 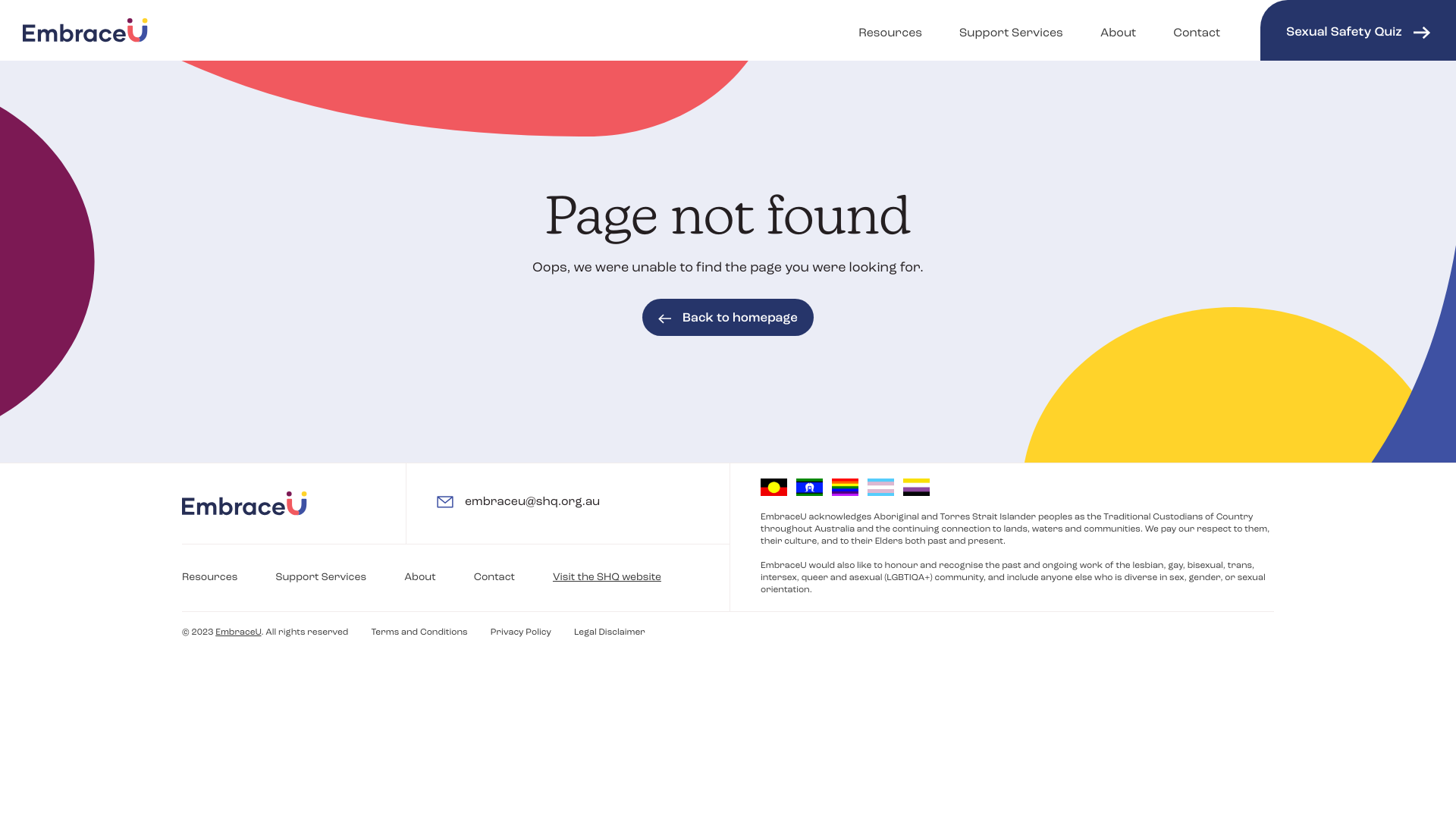 What do you see at coordinates (472, 577) in the screenshot?
I see `'Contact'` at bounding box center [472, 577].